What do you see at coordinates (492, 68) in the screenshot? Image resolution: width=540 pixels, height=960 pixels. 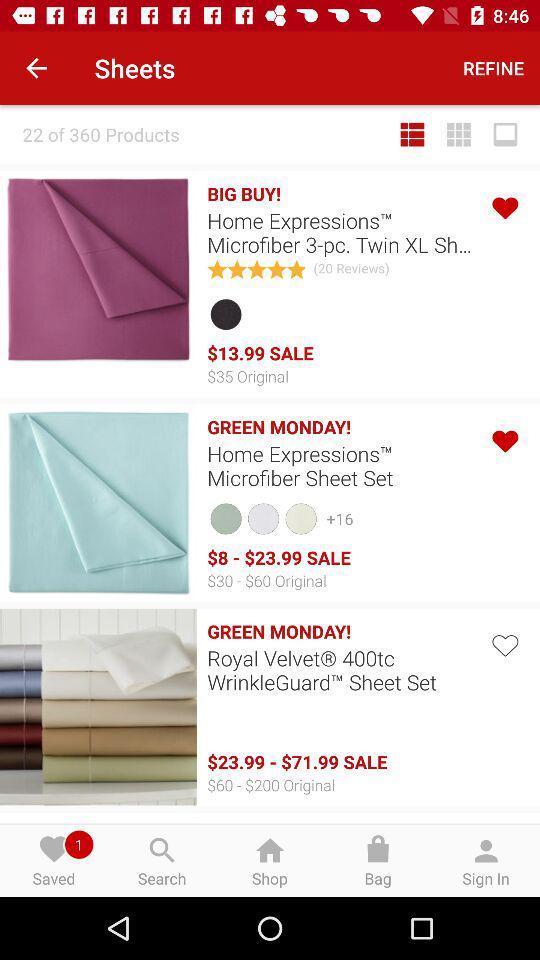 I see `the item next to sheets icon` at bounding box center [492, 68].